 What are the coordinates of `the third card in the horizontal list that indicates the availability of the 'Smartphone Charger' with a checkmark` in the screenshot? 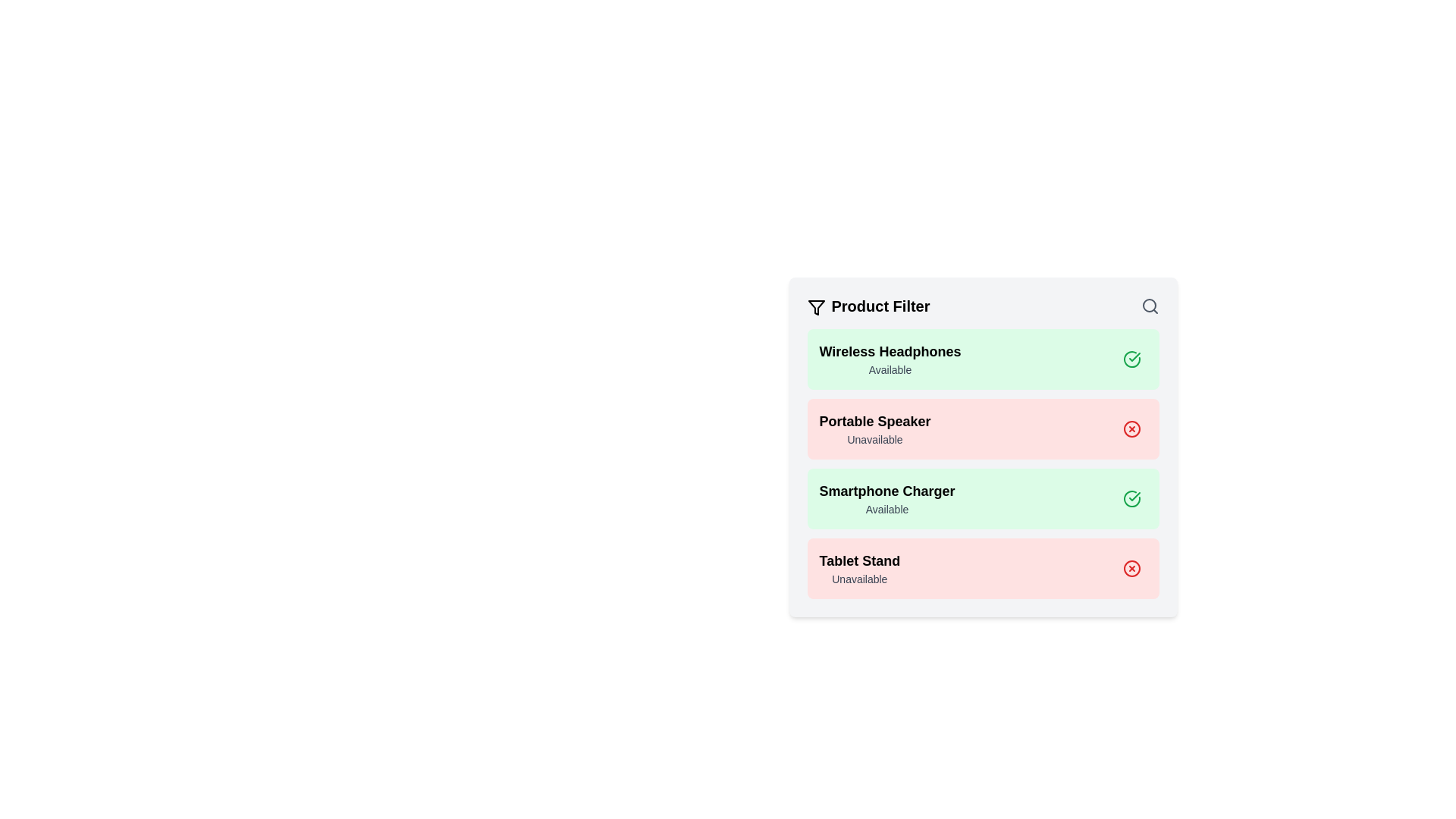 It's located at (983, 499).